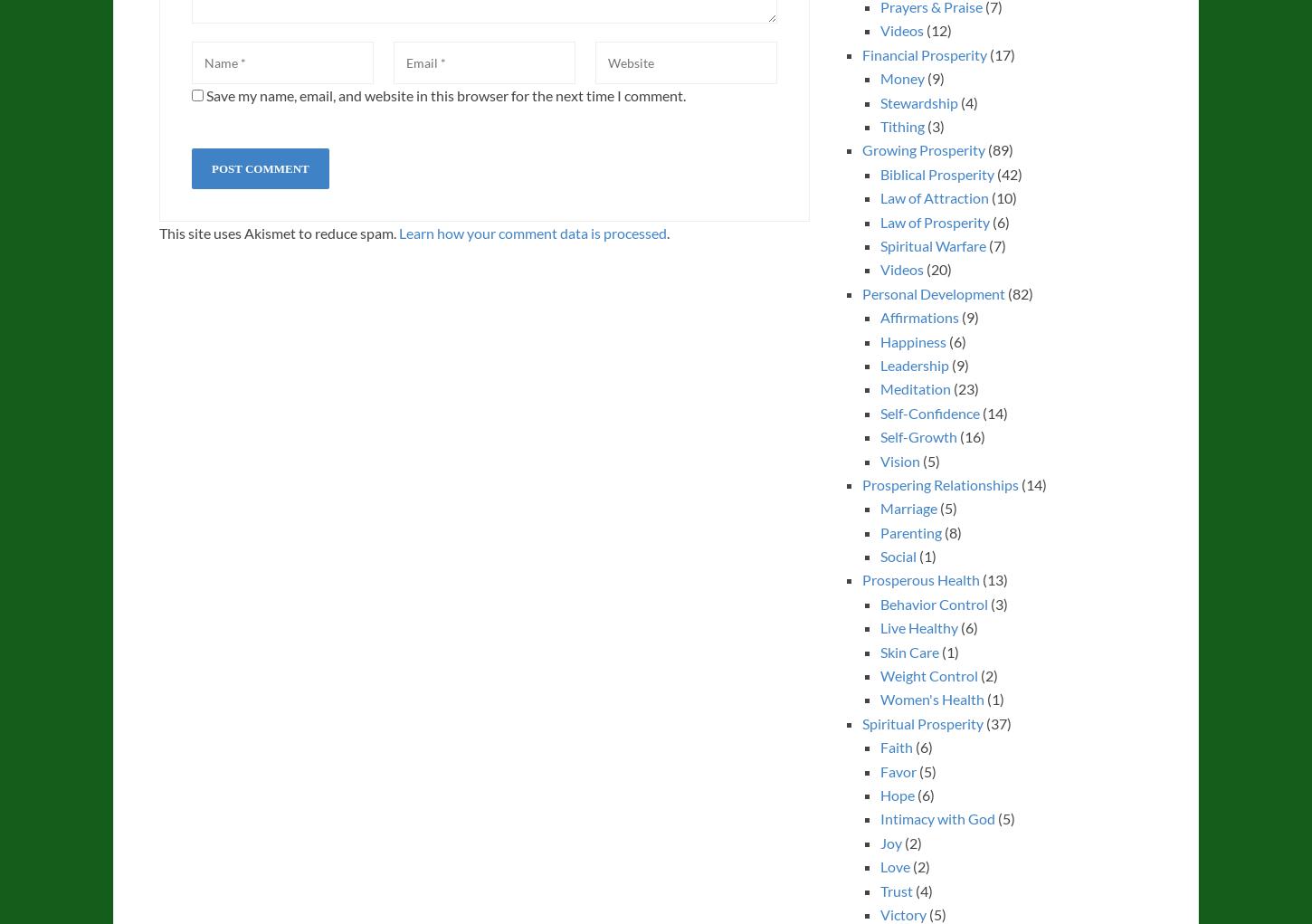  What do you see at coordinates (898, 459) in the screenshot?
I see `'Vision'` at bounding box center [898, 459].